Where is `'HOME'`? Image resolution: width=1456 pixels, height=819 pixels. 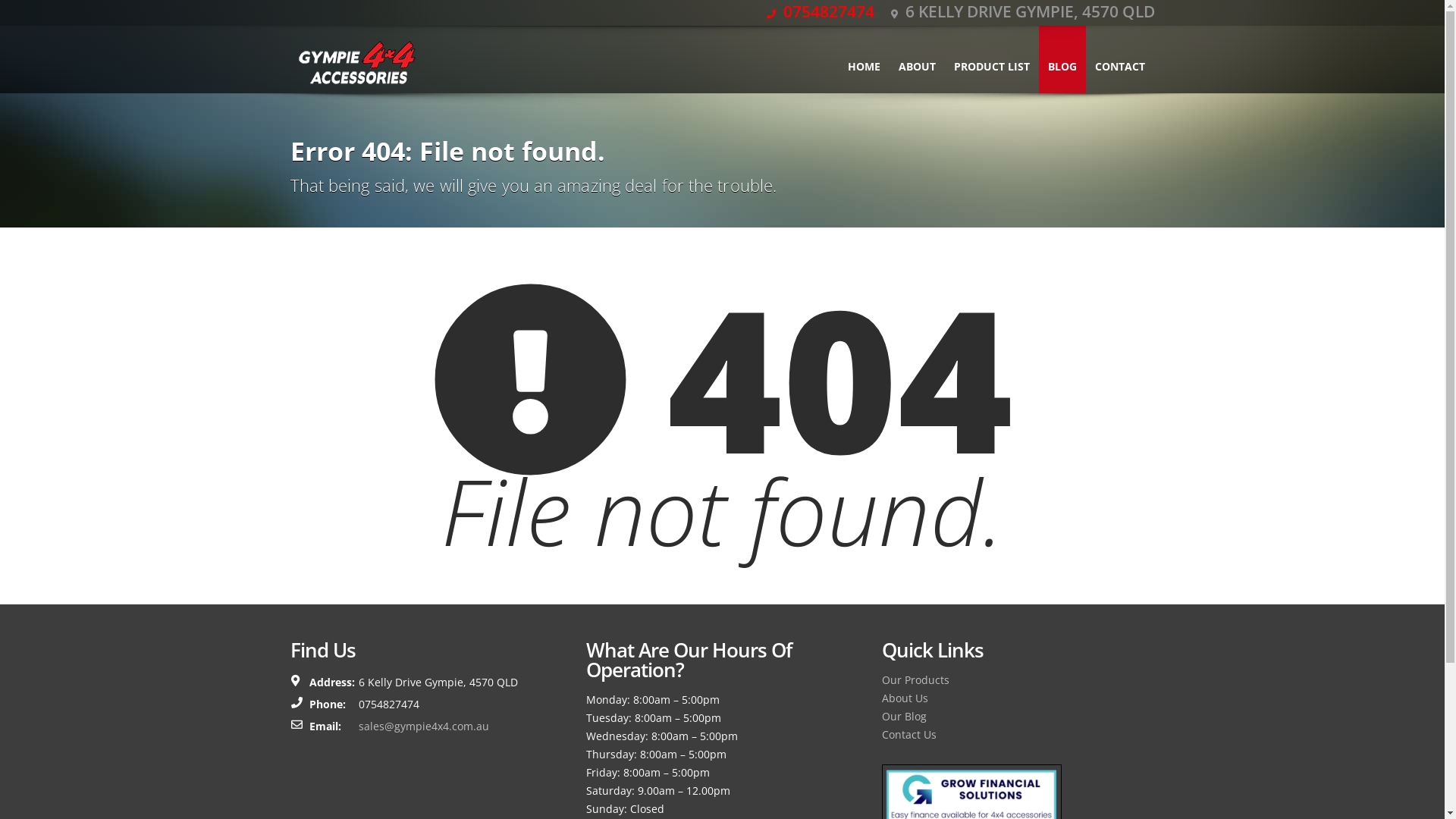 'HOME' is located at coordinates (864, 58).